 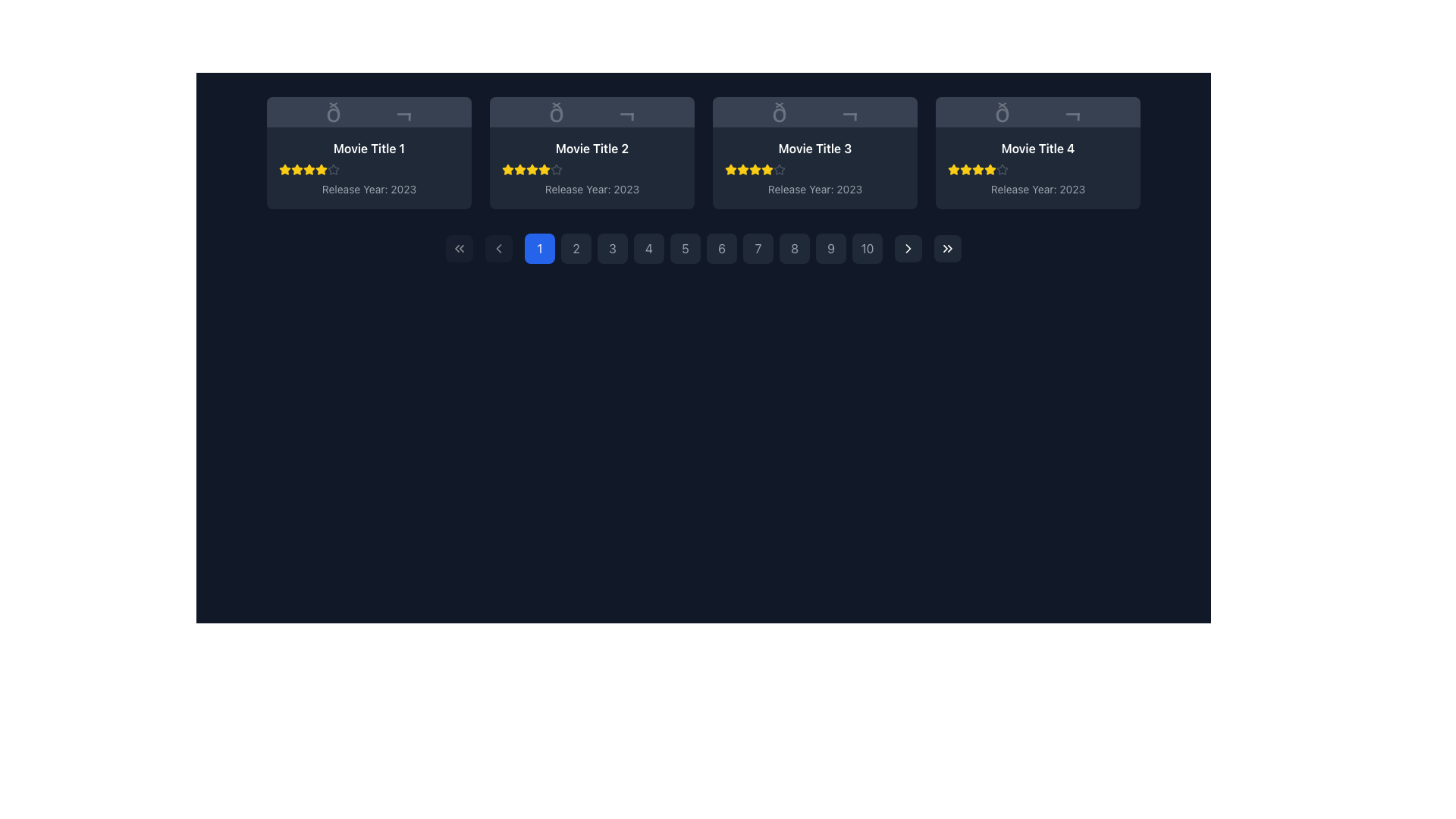 What do you see at coordinates (544, 169) in the screenshot?
I see `the third star in the rating section for 'Movie Title 2' to rate it` at bounding box center [544, 169].